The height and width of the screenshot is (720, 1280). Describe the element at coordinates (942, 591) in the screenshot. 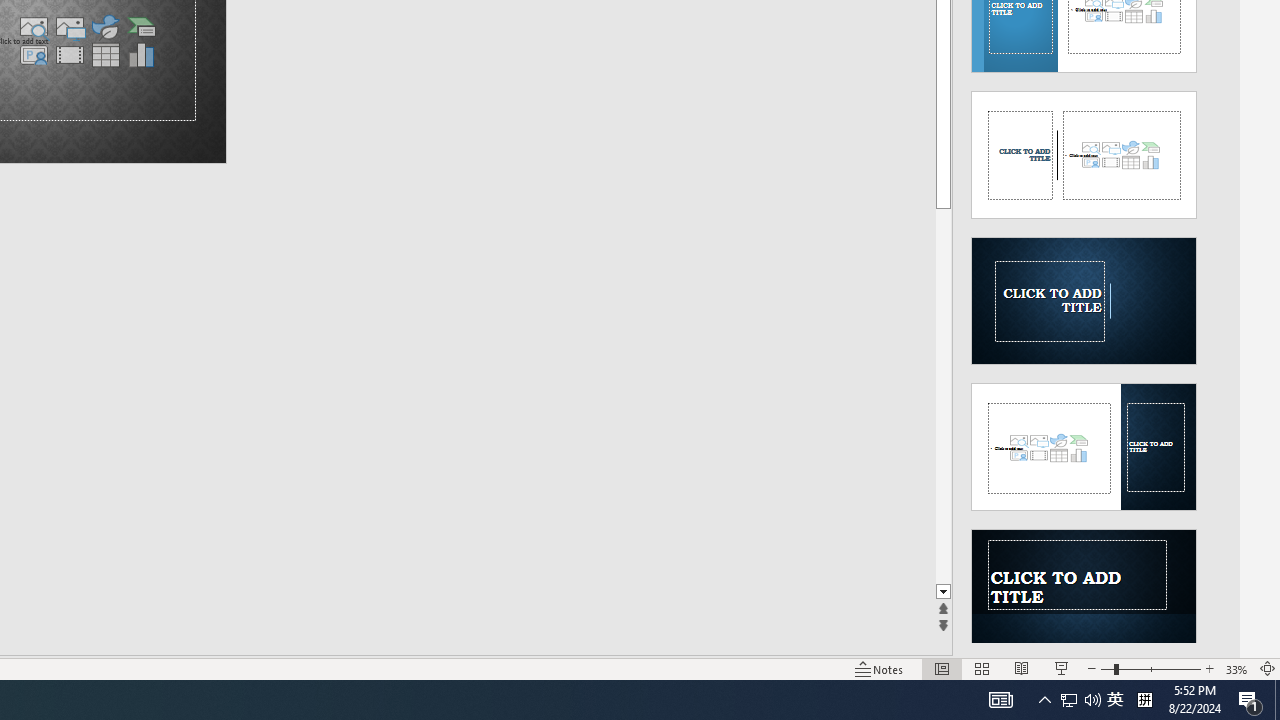

I see `'Line down'` at that location.